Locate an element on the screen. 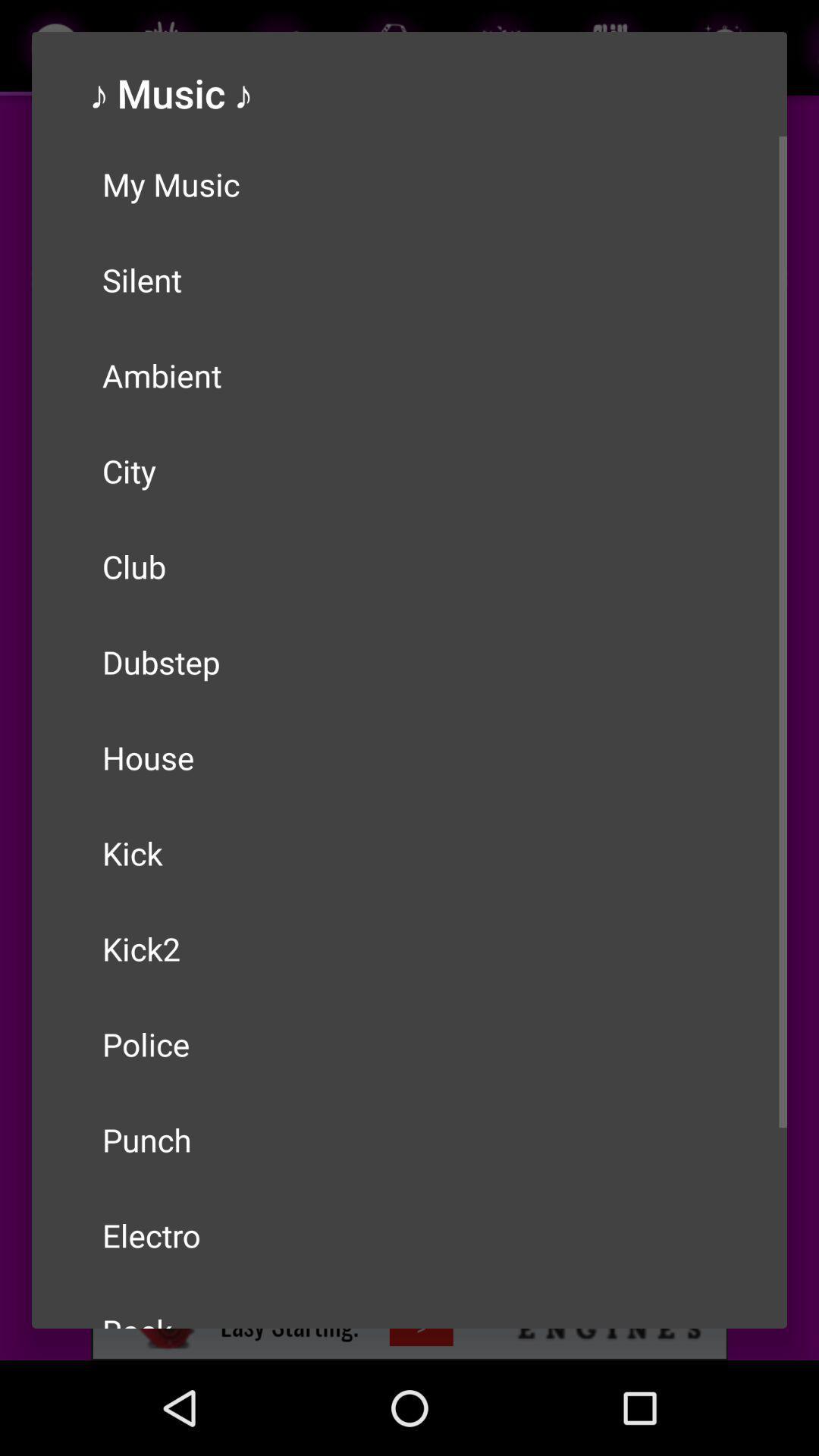 Image resolution: width=819 pixels, height=1456 pixels. house is located at coordinates (409, 757).